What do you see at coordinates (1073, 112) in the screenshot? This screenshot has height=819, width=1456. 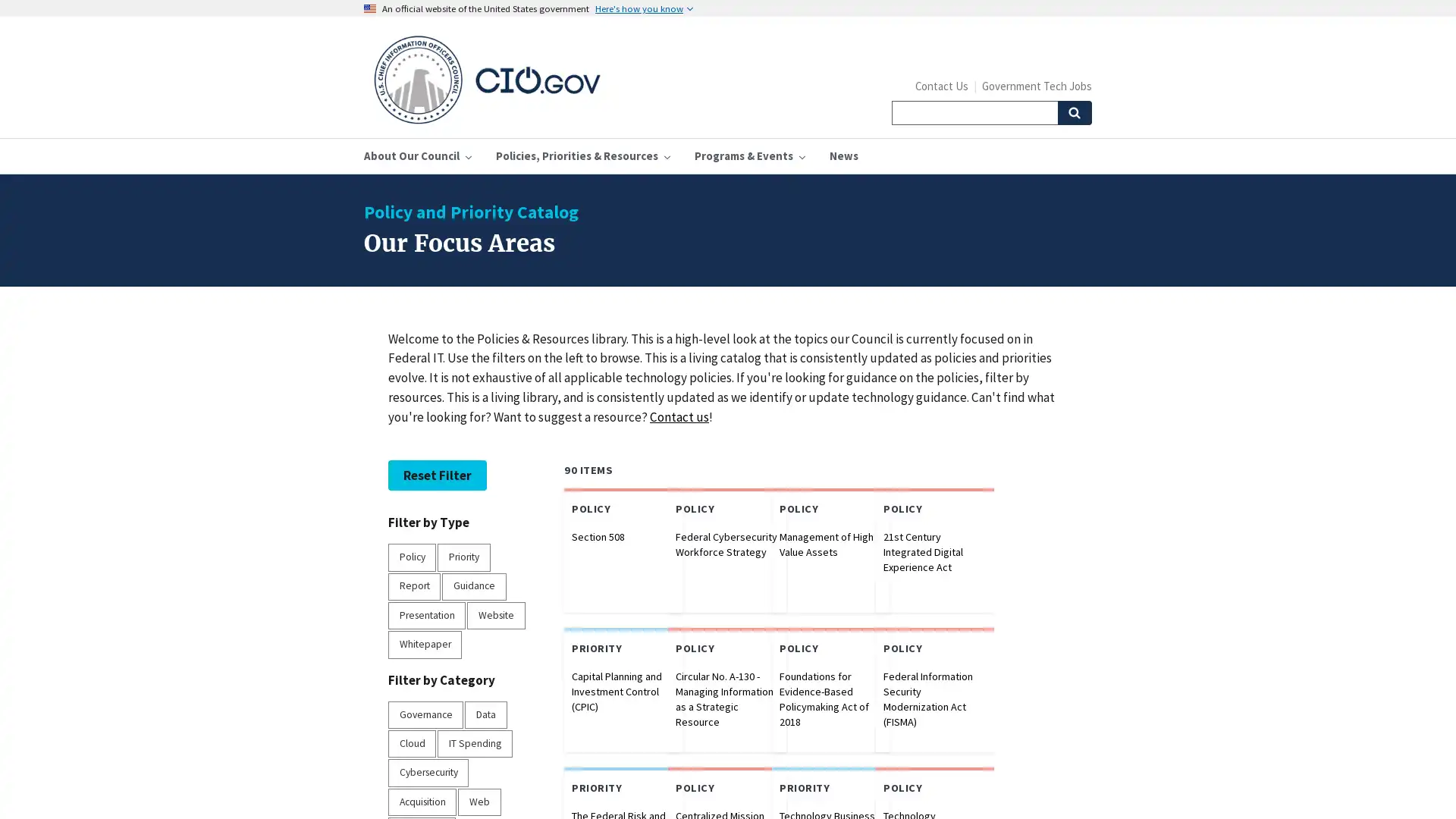 I see `Search` at bounding box center [1073, 112].